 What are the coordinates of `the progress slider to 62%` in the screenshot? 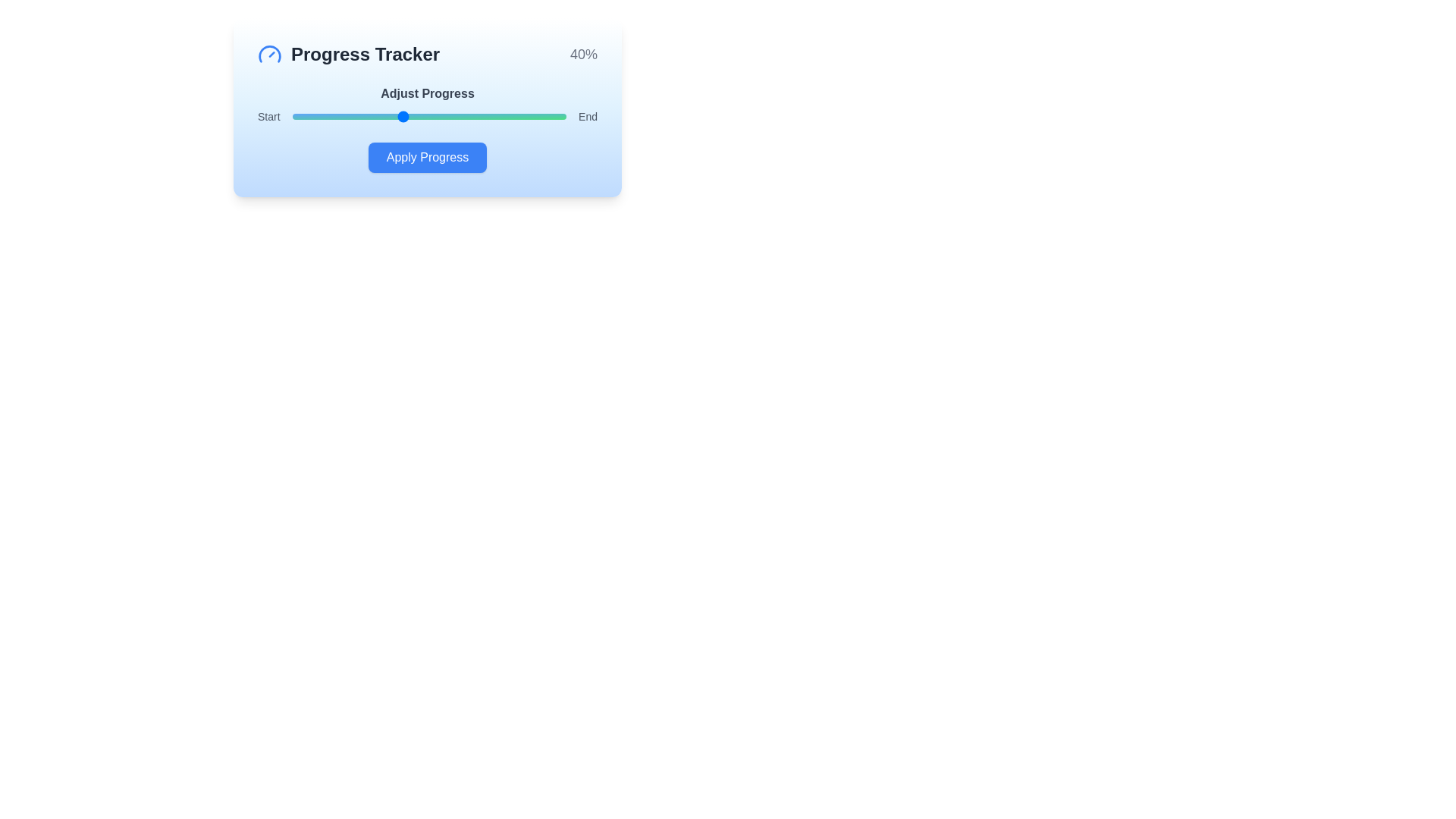 It's located at (461, 116).